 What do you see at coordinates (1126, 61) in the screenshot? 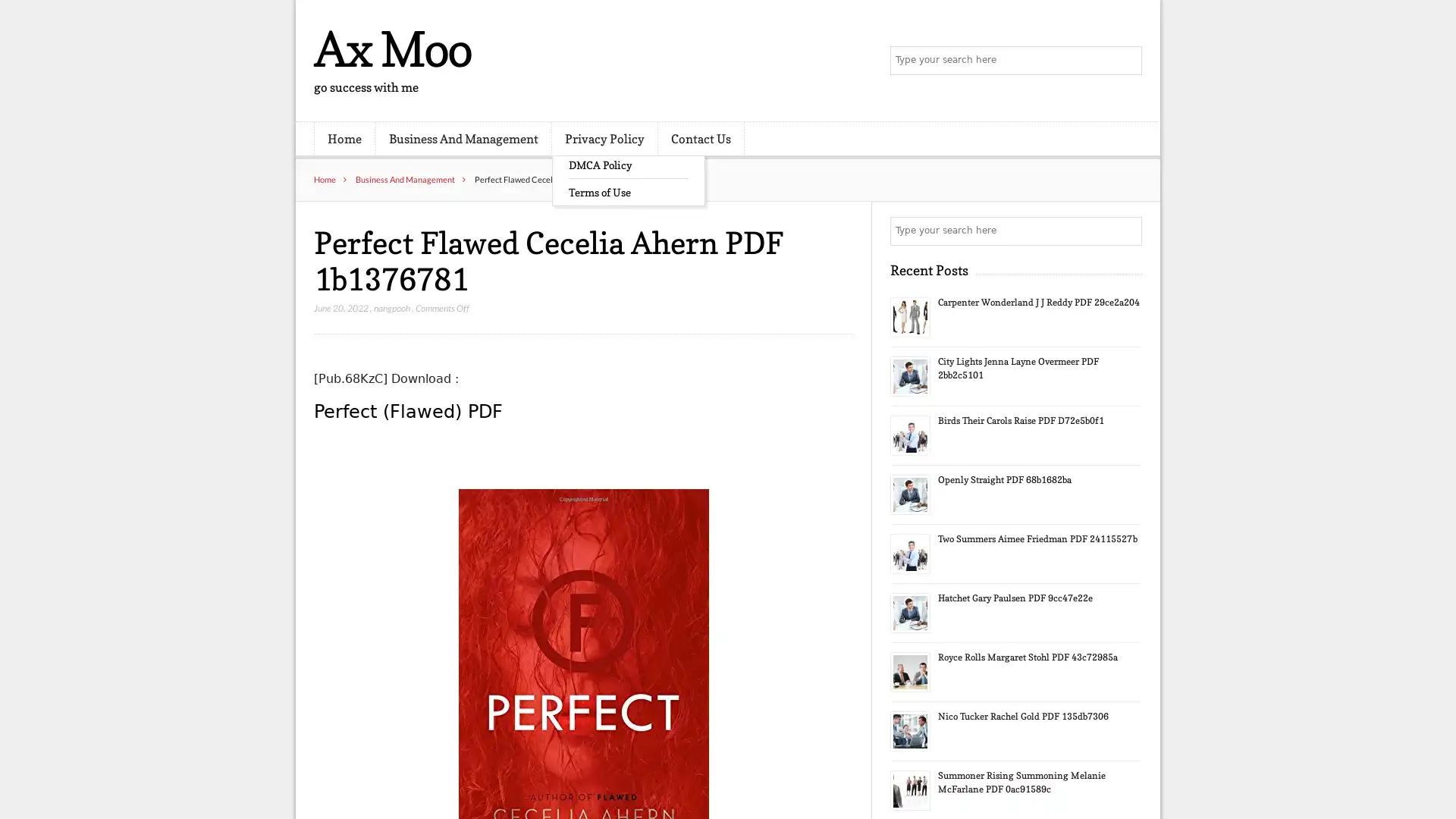
I see `Search` at bounding box center [1126, 61].